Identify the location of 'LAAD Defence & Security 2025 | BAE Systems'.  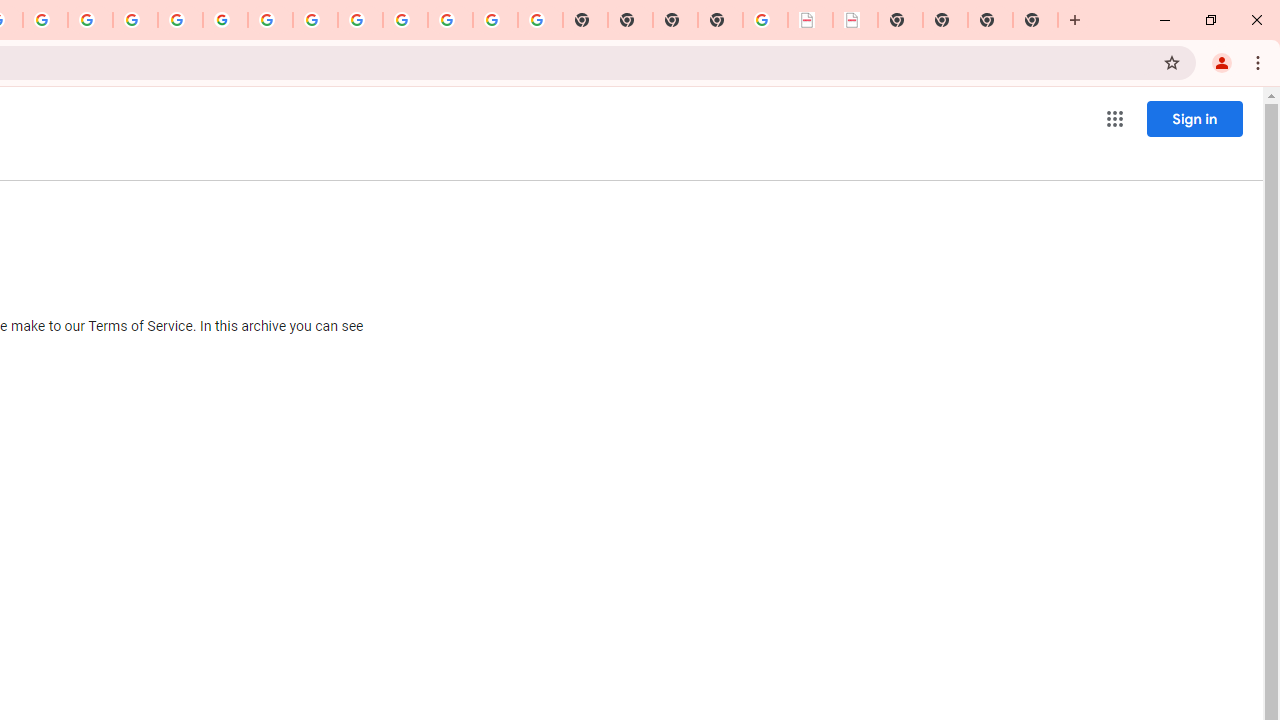
(810, 20).